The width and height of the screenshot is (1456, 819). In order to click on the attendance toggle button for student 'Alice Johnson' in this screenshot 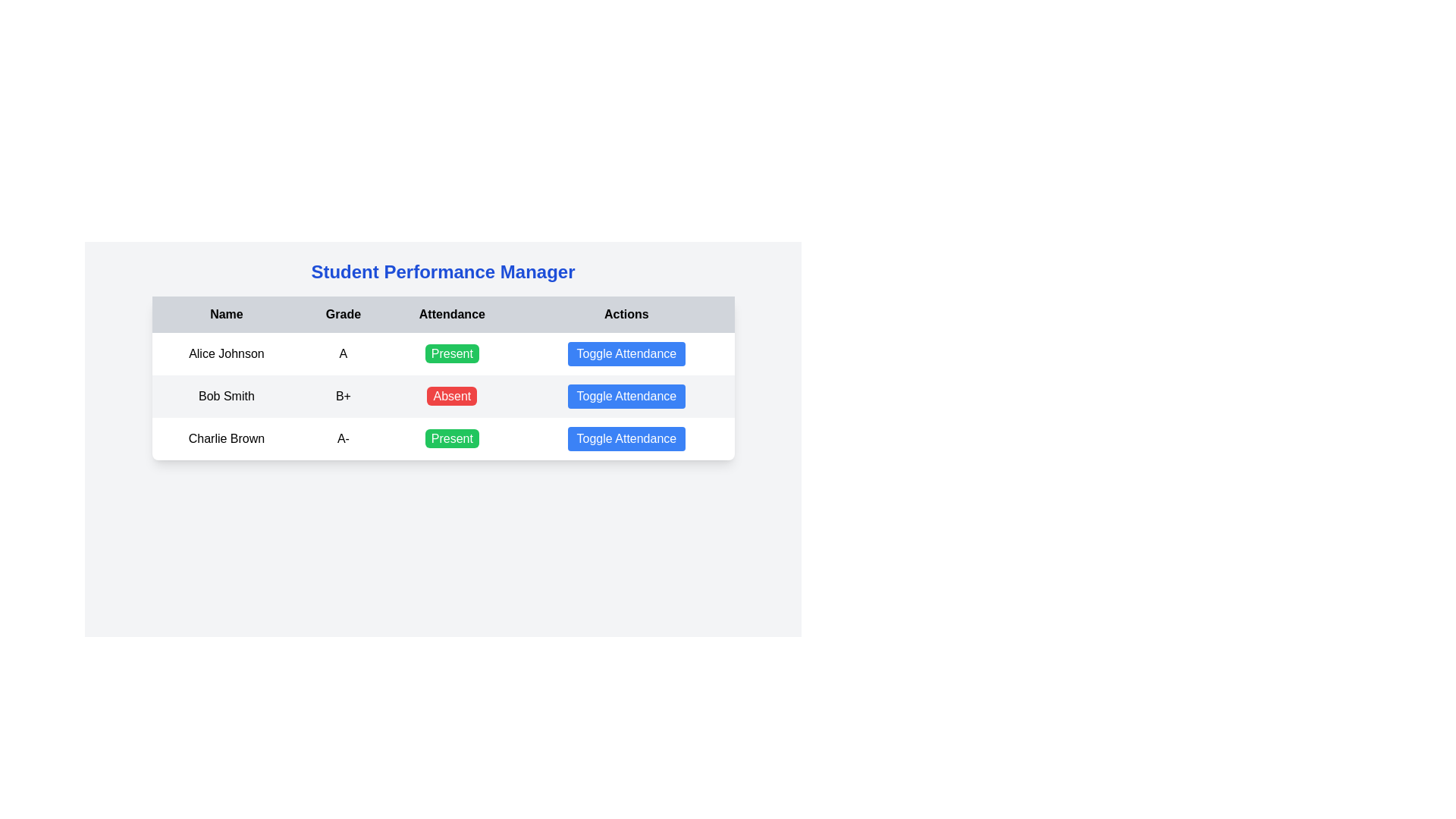, I will do `click(626, 353)`.